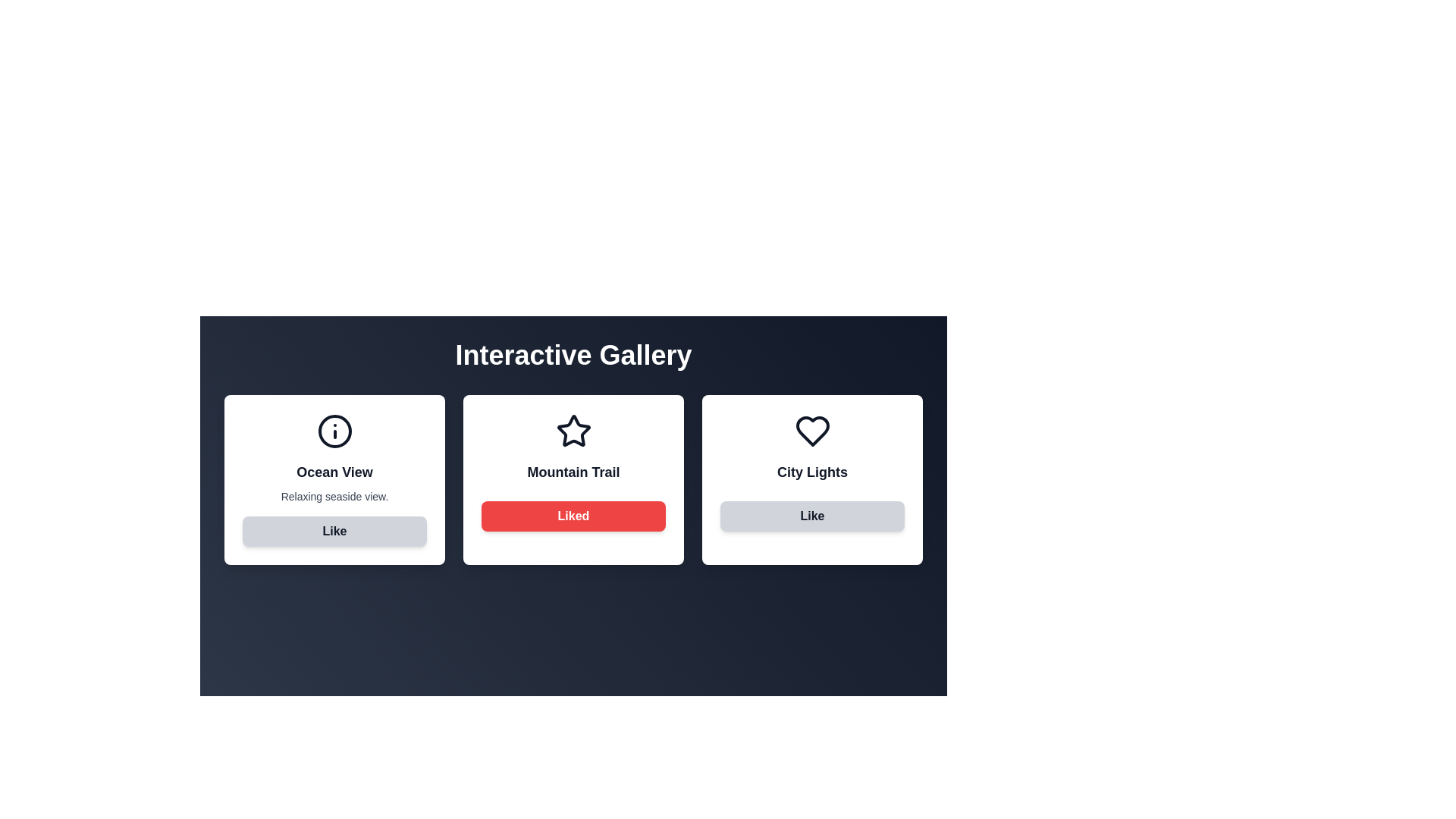  Describe the element at coordinates (811, 472) in the screenshot. I see `the non-interactive text element displaying 'City Lights', which is prominently centered below a heart-shaped icon and above a 'Like' button` at that location.